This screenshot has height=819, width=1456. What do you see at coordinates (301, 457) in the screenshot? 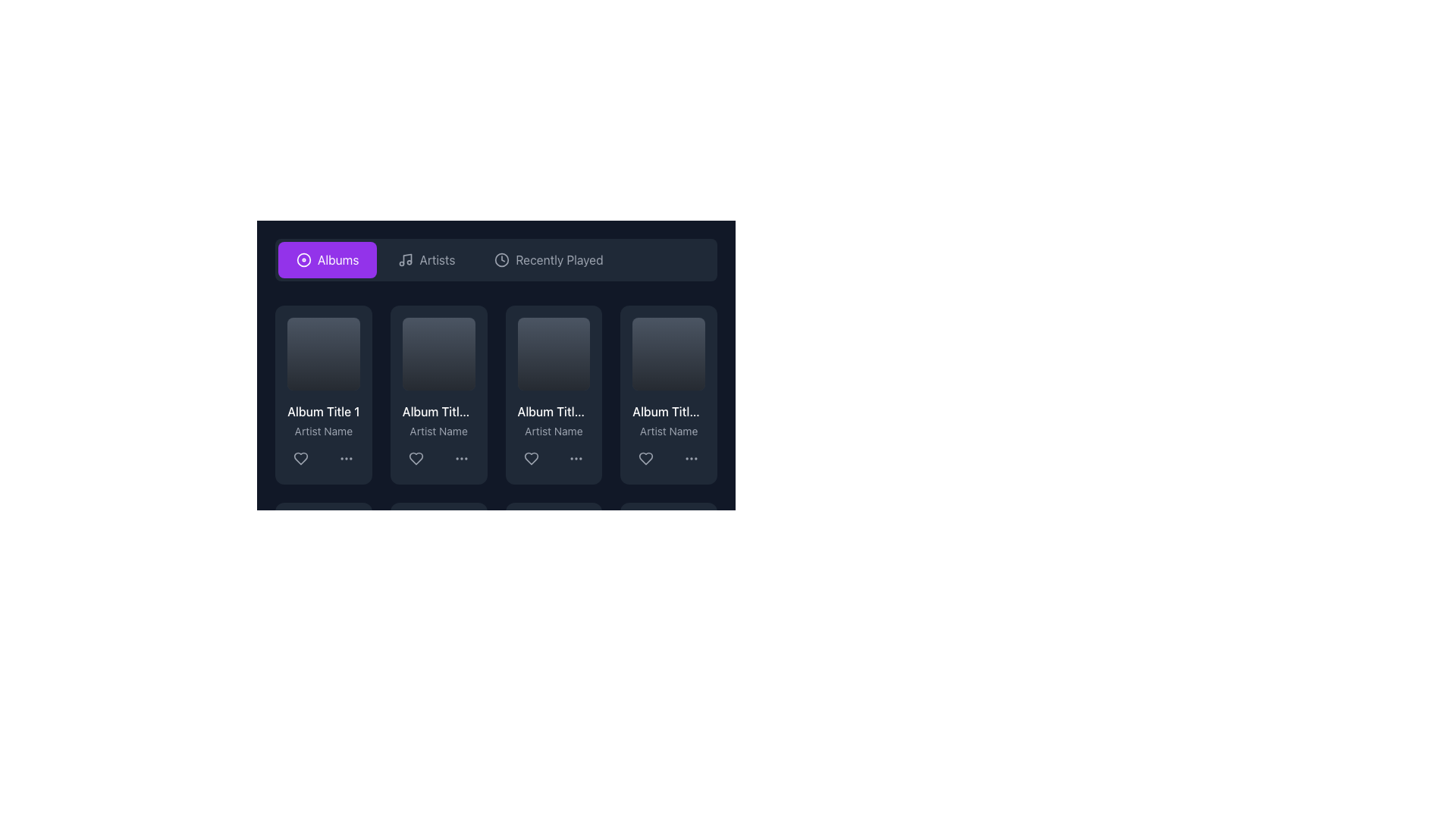
I see `the heart icon located beneath the first album item` at bounding box center [301, 457].